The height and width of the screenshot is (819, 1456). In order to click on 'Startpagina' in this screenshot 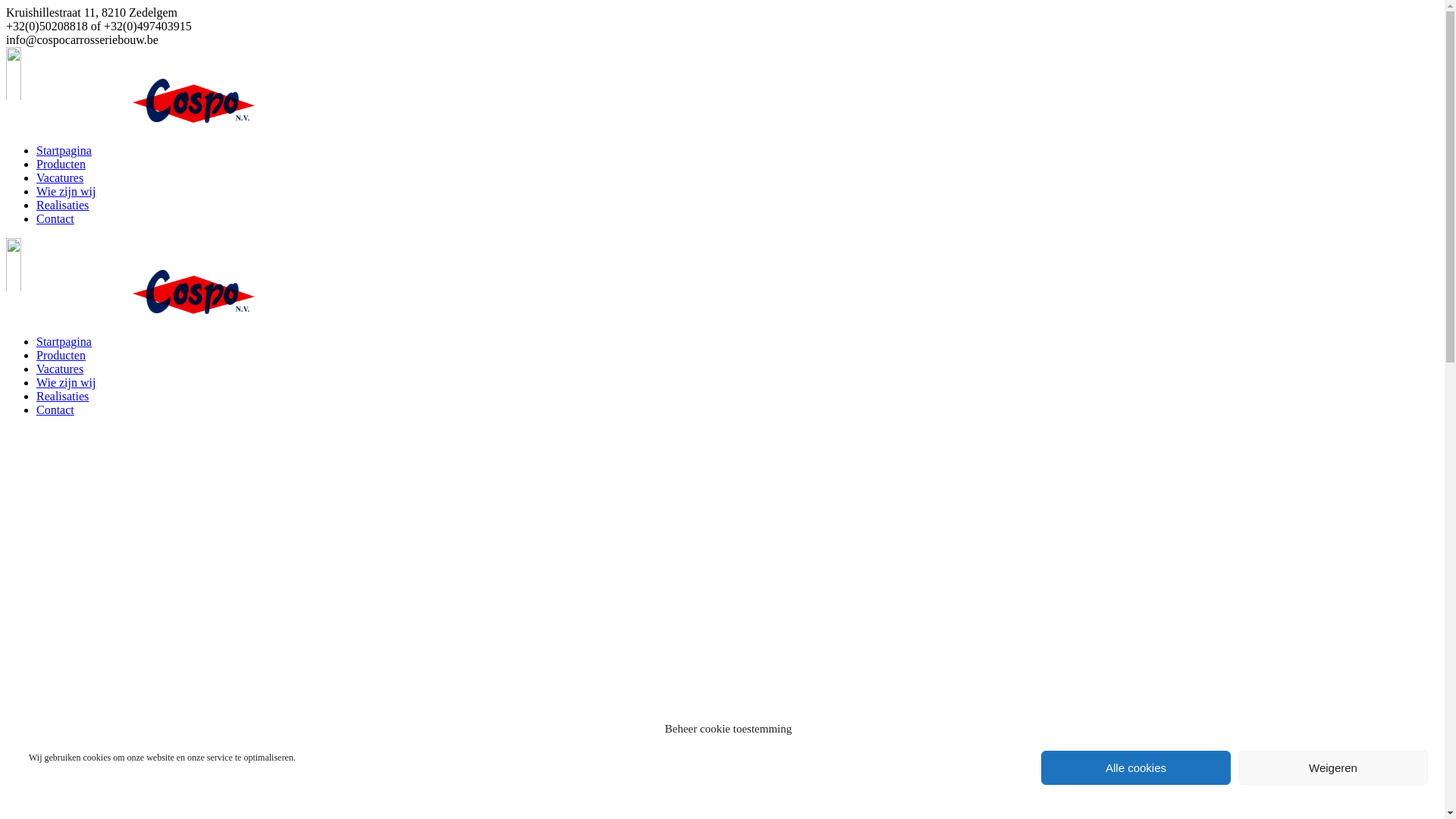, I will do `click(63, 150)`.